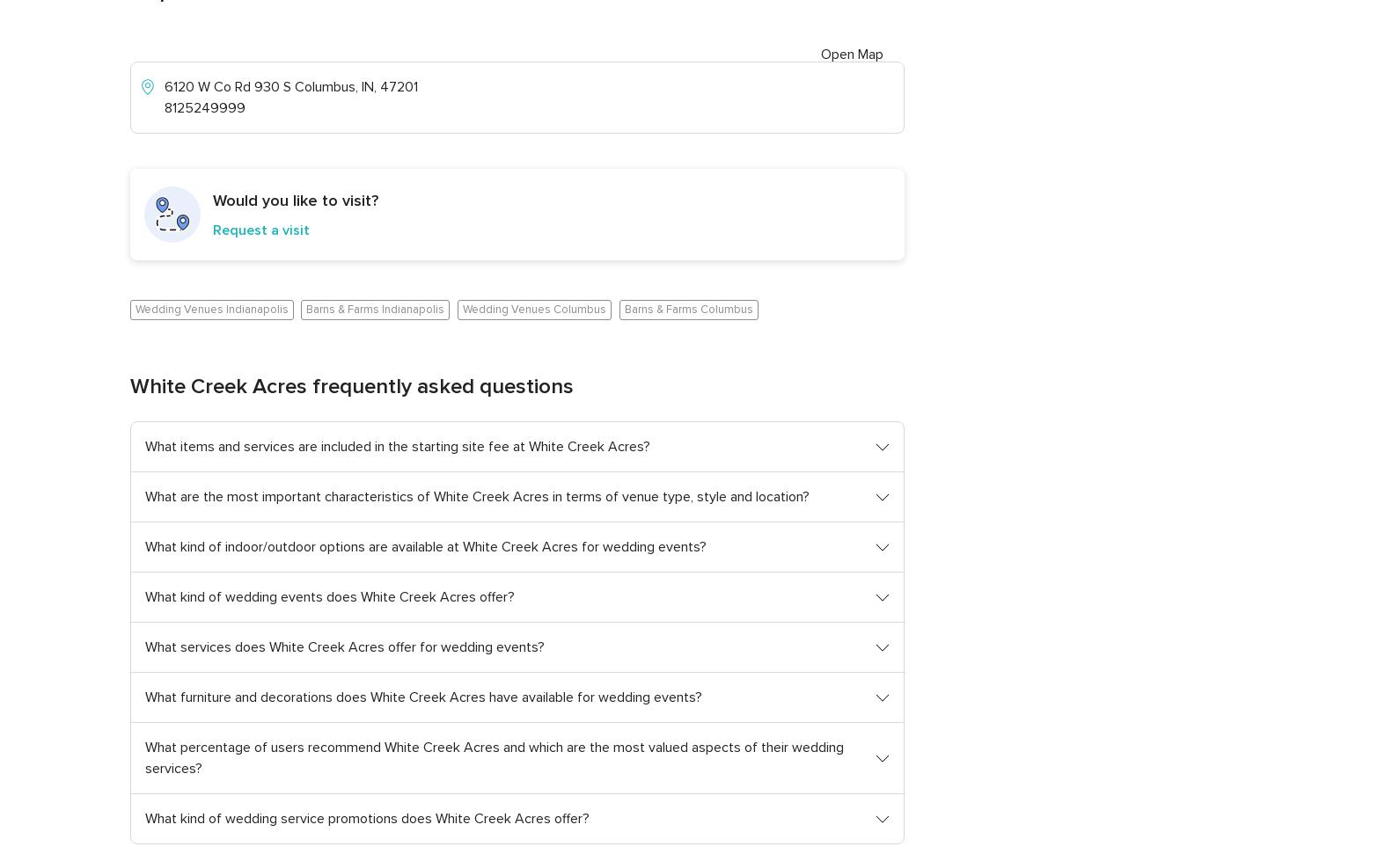 The height and width of the screenshot is (854, 1400). Describe the element at coordinates (687, 309) in the screenshot. I see `'Barns & Farms Columbus'` at that location.